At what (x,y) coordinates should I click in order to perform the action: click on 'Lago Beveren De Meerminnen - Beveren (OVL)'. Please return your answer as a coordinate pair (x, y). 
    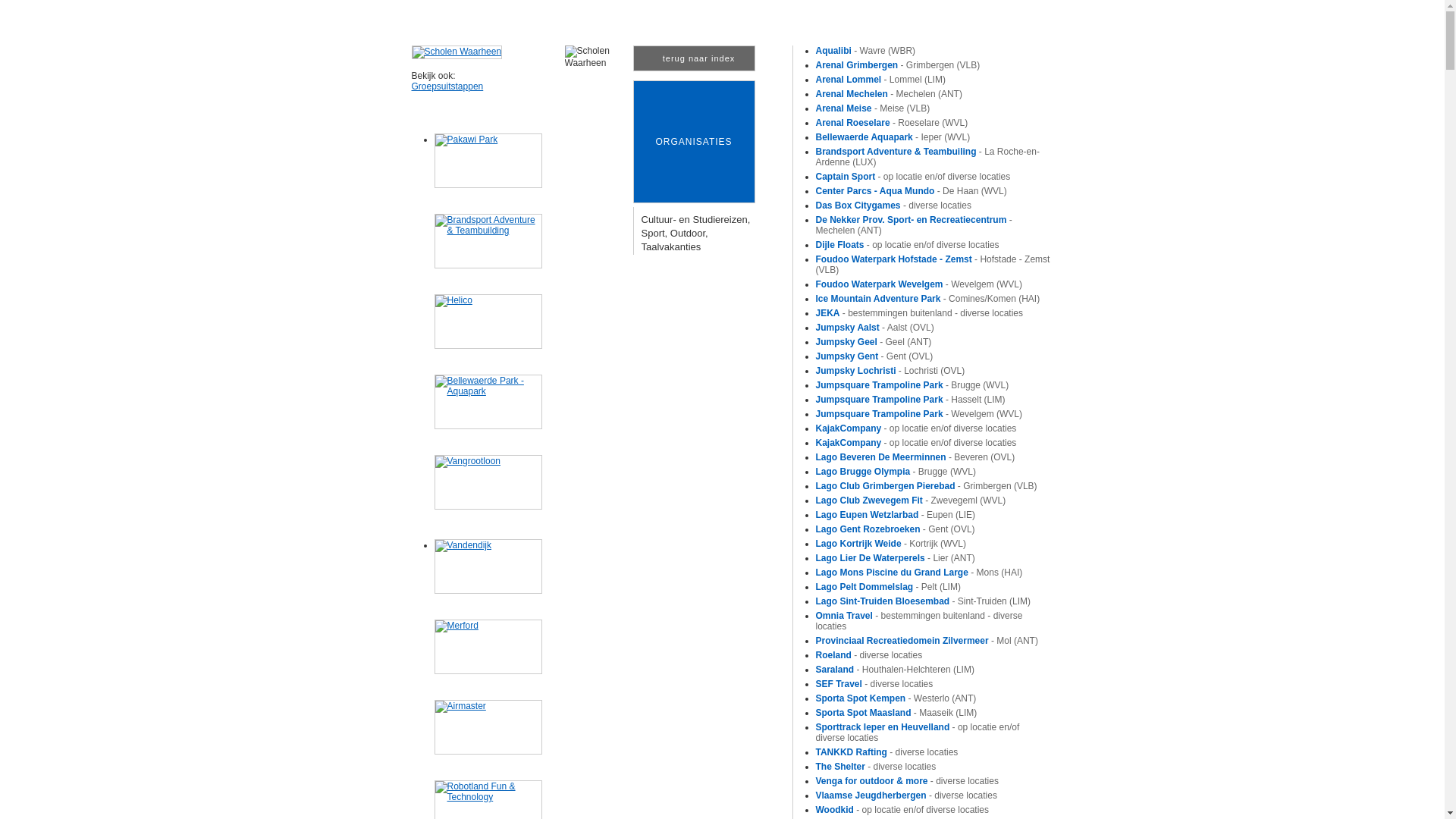
    Looking at the image, I should click on (915, 456).